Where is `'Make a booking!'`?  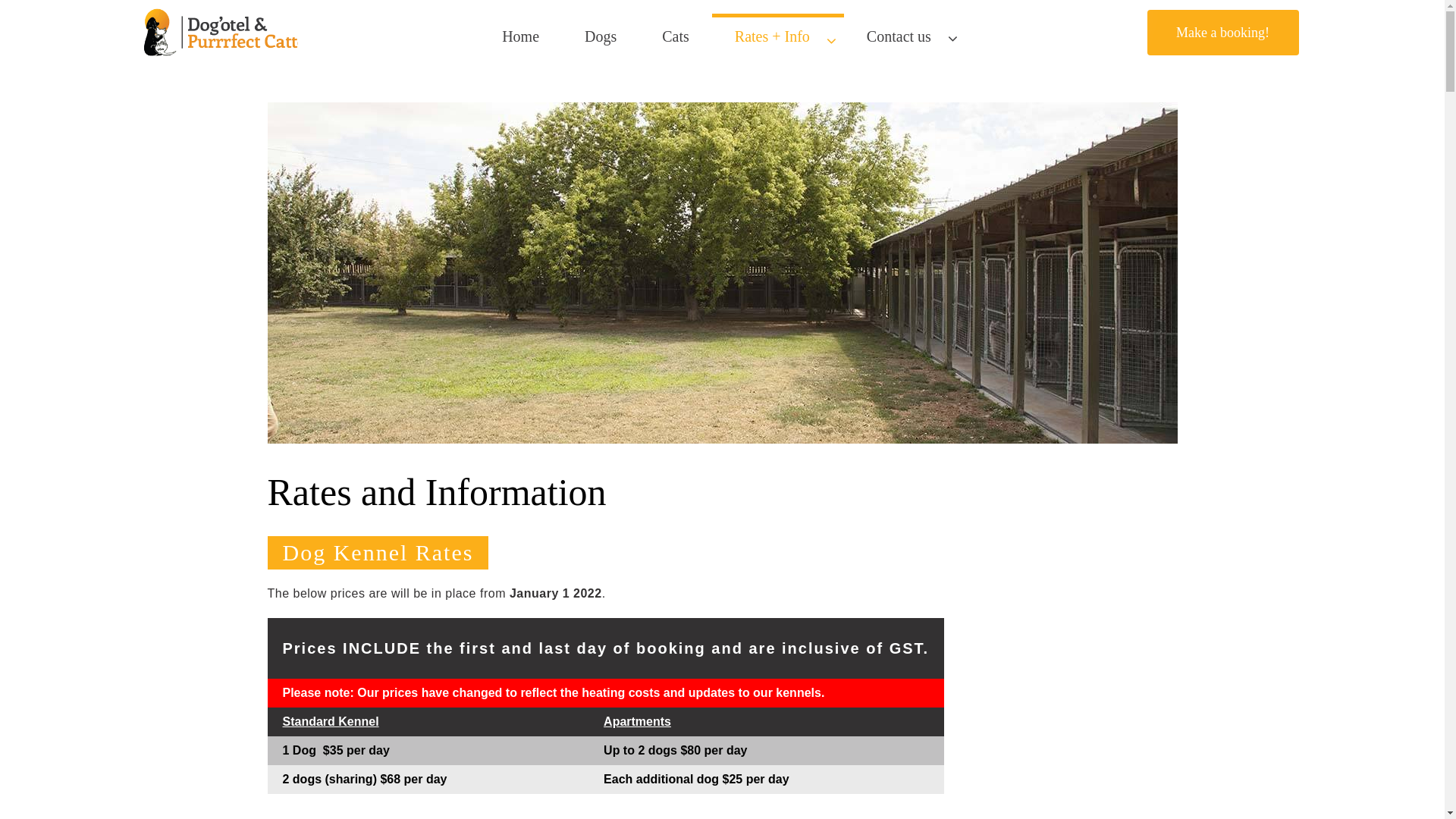 'Make a booking!' is located at coordinates (1222, 32).